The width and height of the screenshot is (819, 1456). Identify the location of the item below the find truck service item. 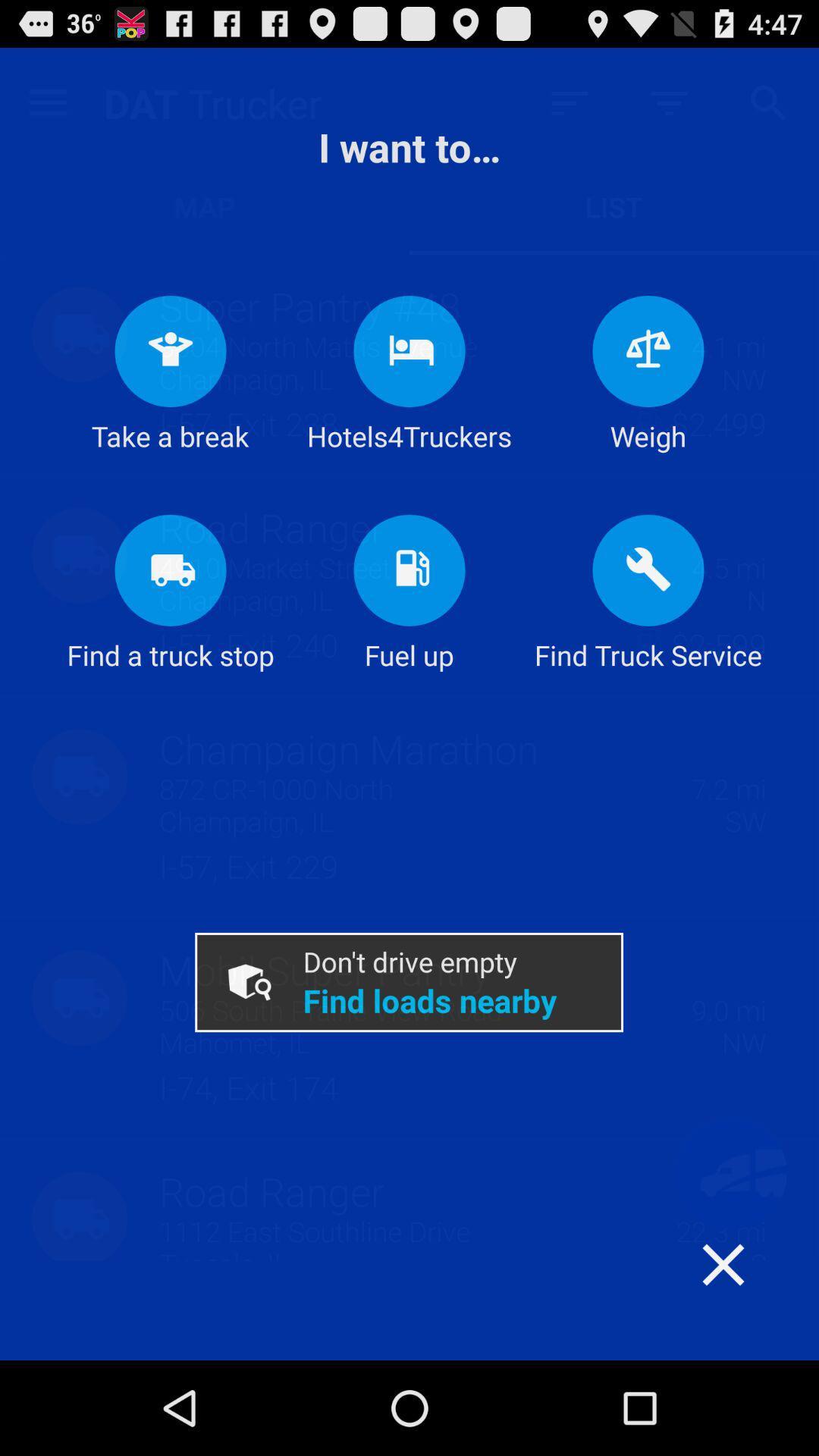
(753, 1294).